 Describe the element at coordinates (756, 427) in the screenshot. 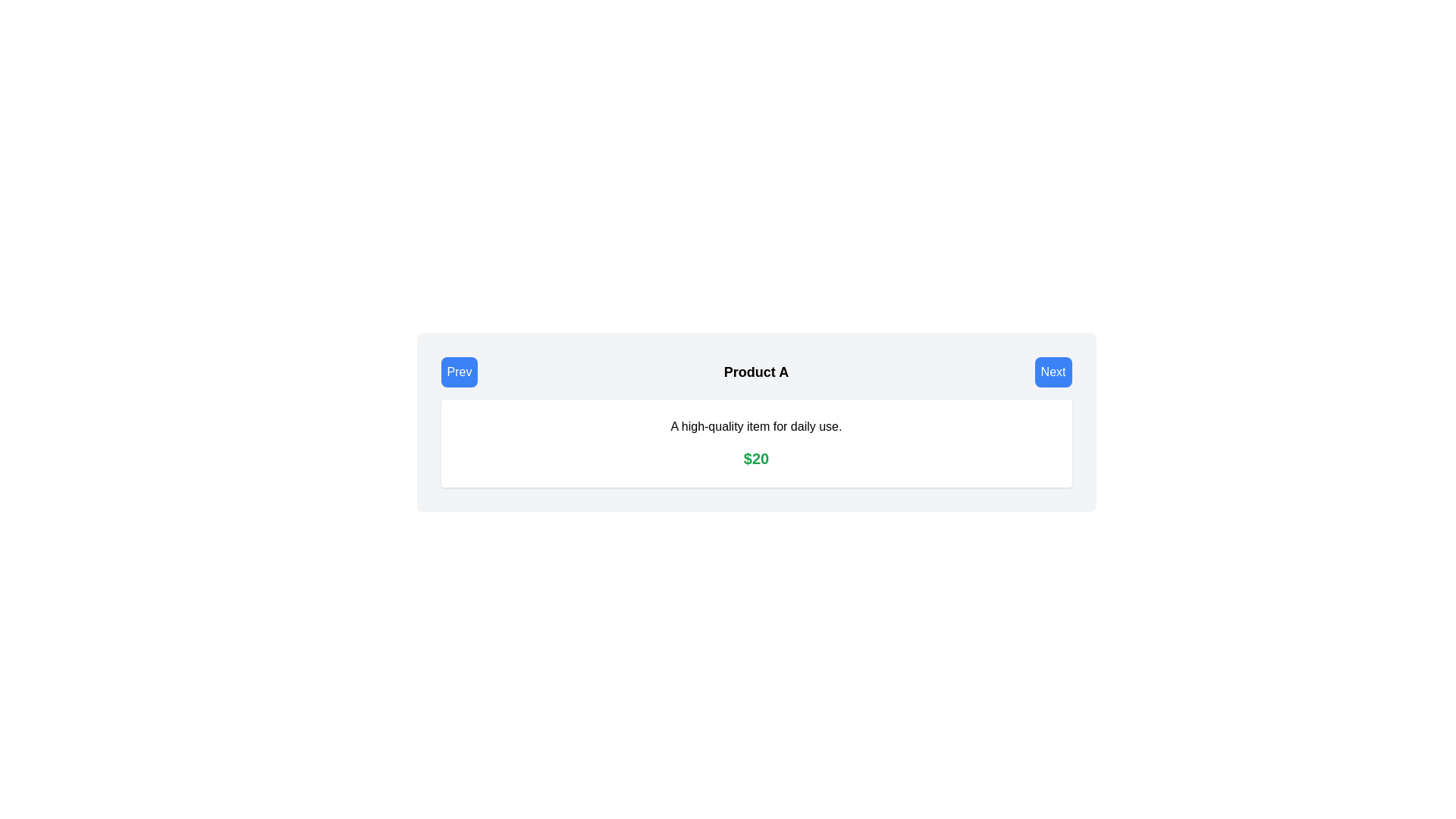

I see `the text label that provides key information about the product's quality, positioned above the pricing element '$20' and below the title 'Product A'` at that location.